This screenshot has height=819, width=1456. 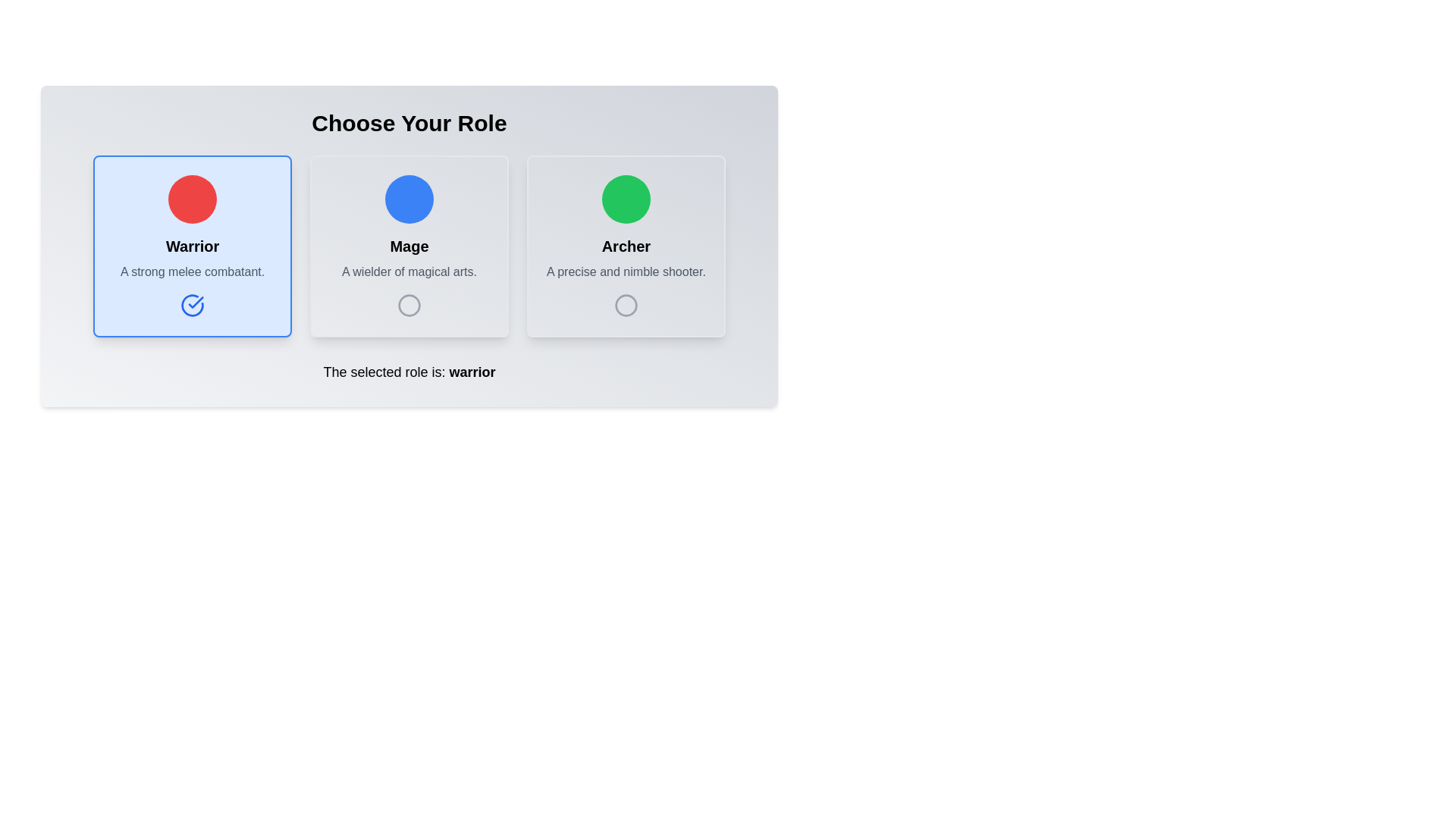 I want to click on the visual state of the circular icon with a blue outline and an inner checkmark symbol located at the center of the 'Warrior' card in the 'Choose Your Role' selection panel, so click(x=192, y=305).